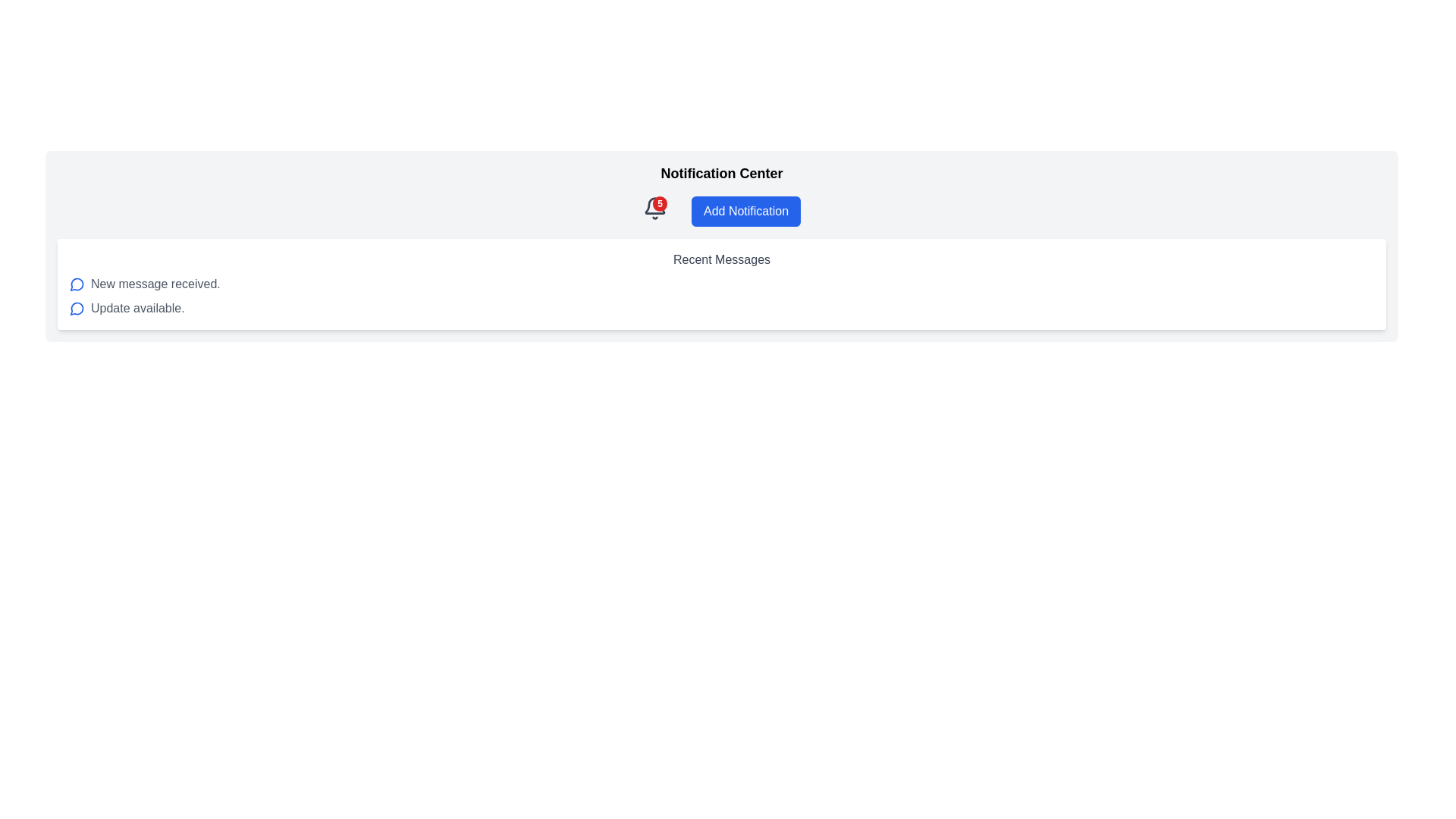 Image resolution: width=1456 pixels, height=819 pixels. What do you see at coordinates (660, 203) in the screenshot?
I see `the displayed number on the red circular Notification badge showing '5' at the top-right corner of the notification bell icon` at bounding box center [660, 203].